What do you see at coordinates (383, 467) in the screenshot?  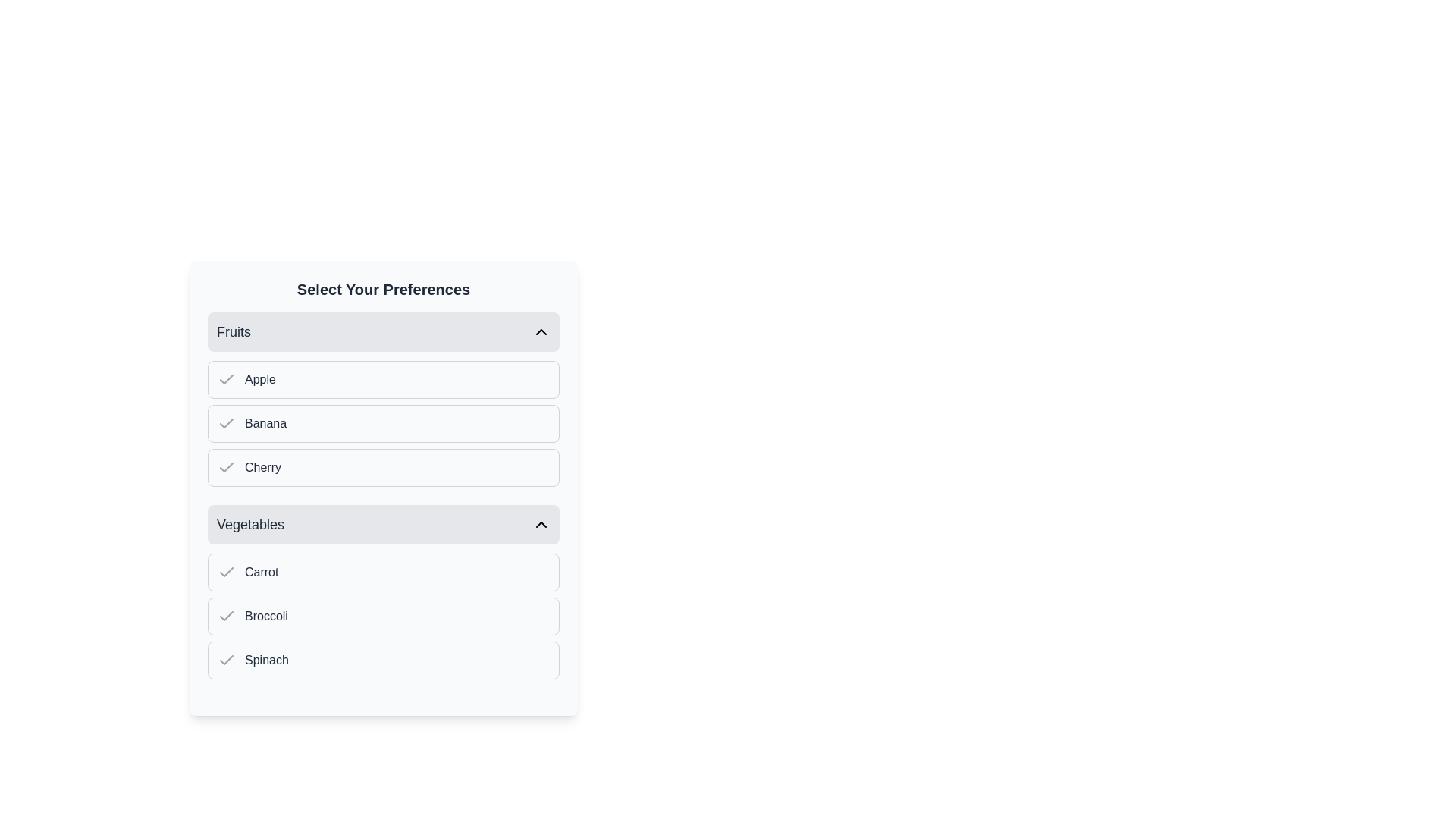 I see `the List Option Item displaying 'Cherry', which is the third item in the Fruits section of the vertically arranged list` at bounding box center [383, 467].